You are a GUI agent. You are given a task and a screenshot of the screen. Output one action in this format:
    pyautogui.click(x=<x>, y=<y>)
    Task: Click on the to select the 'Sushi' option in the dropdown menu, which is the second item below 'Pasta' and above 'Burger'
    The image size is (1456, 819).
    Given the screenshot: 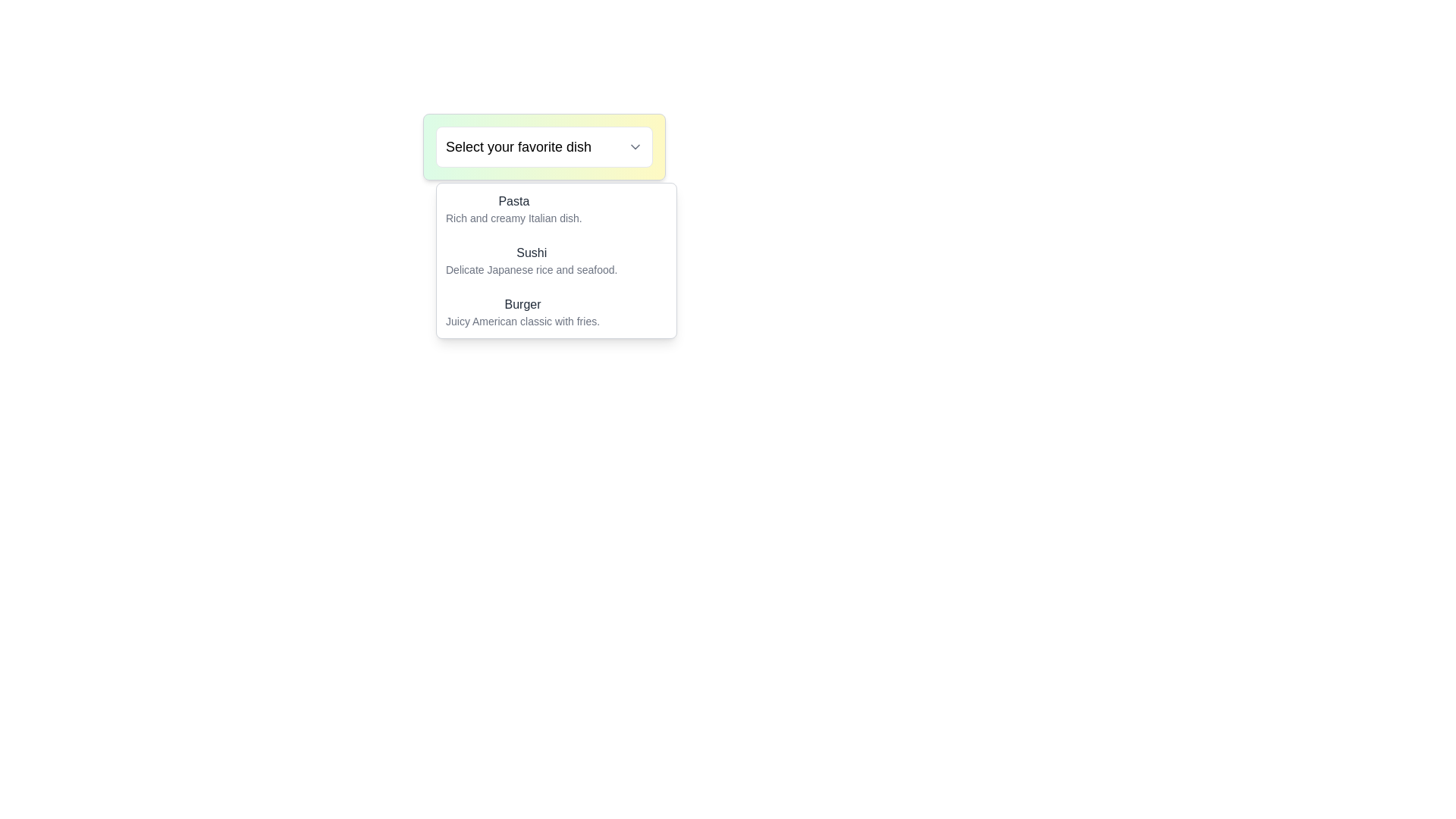 What is the action you would take?
    pyautogui.click(x=532, y=259)
    